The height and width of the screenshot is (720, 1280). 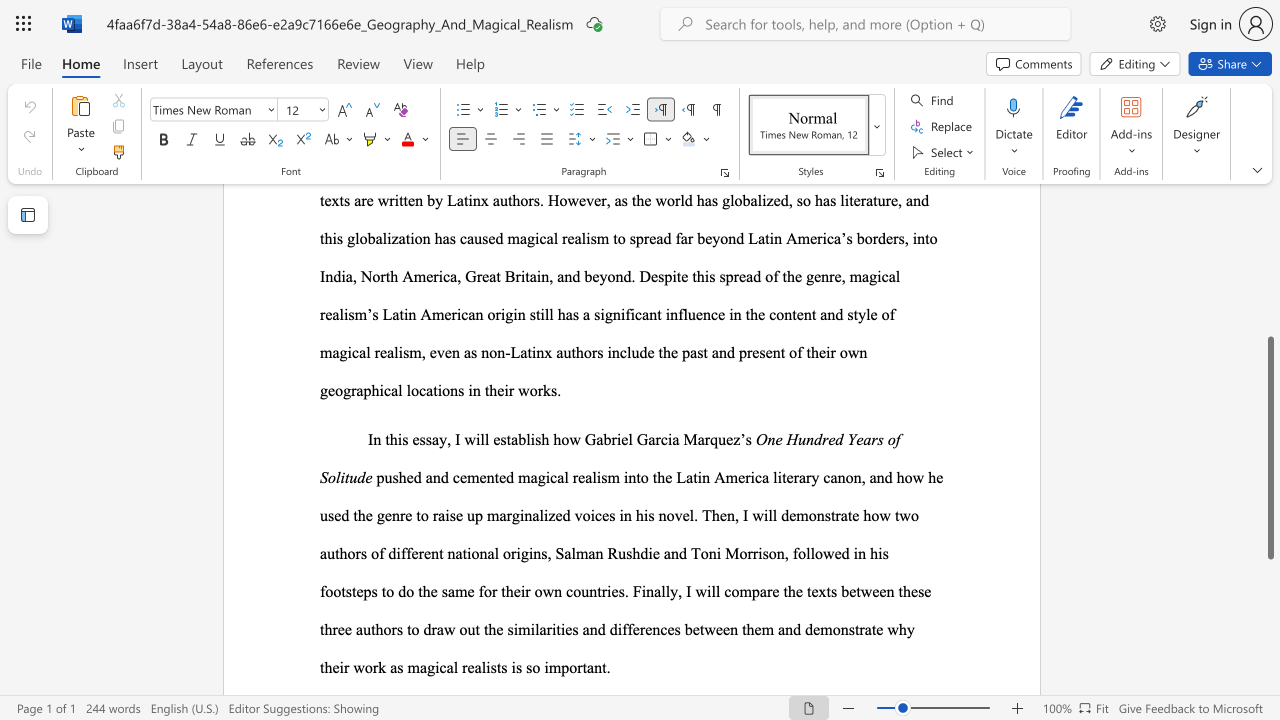 I want to click on the subset text "ay," within the text "In this essay, I will", so click(x=431, y=438).